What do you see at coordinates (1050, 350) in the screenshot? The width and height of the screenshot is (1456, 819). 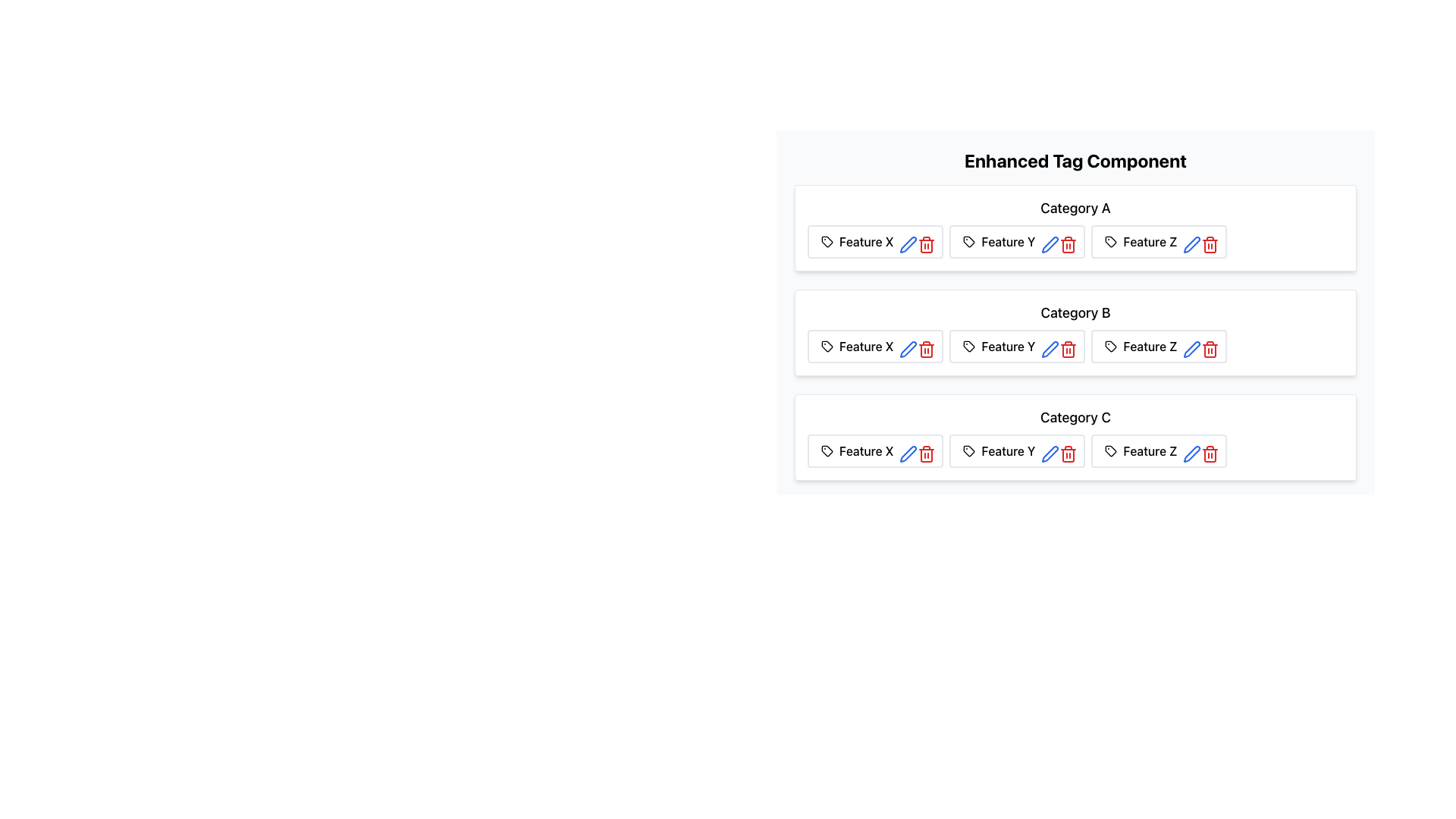 I see `the blue pen icon used for editing, located after the text 'Feature Y' and before the red trash bin icon in the second row labeled 'Category B'` at bounding box center [1050, 350].